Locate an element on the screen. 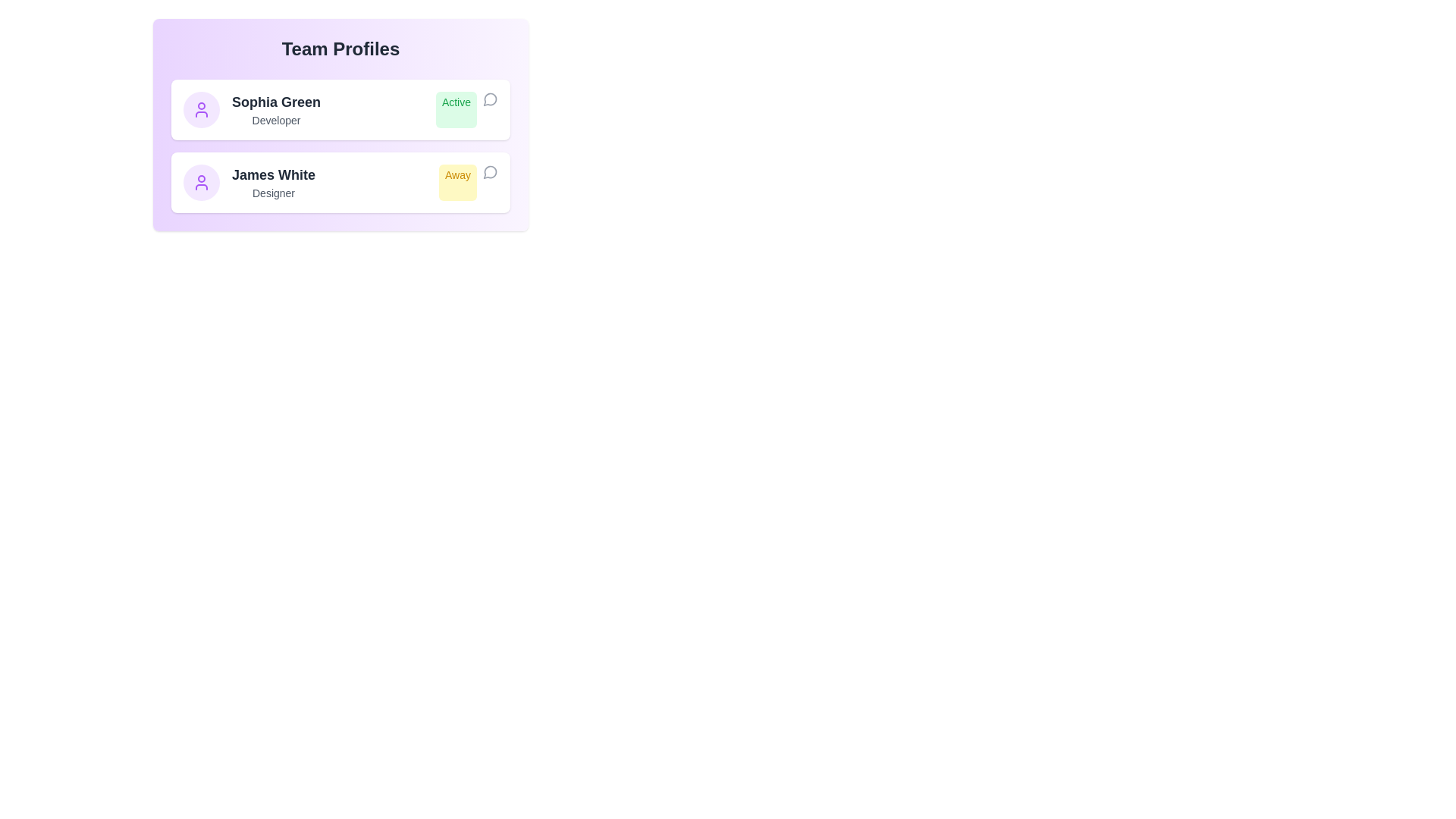  the user profile icon representing 'James White' located to the left of the text in the 'Team Profiles' section is located at coordinates (200, 181).